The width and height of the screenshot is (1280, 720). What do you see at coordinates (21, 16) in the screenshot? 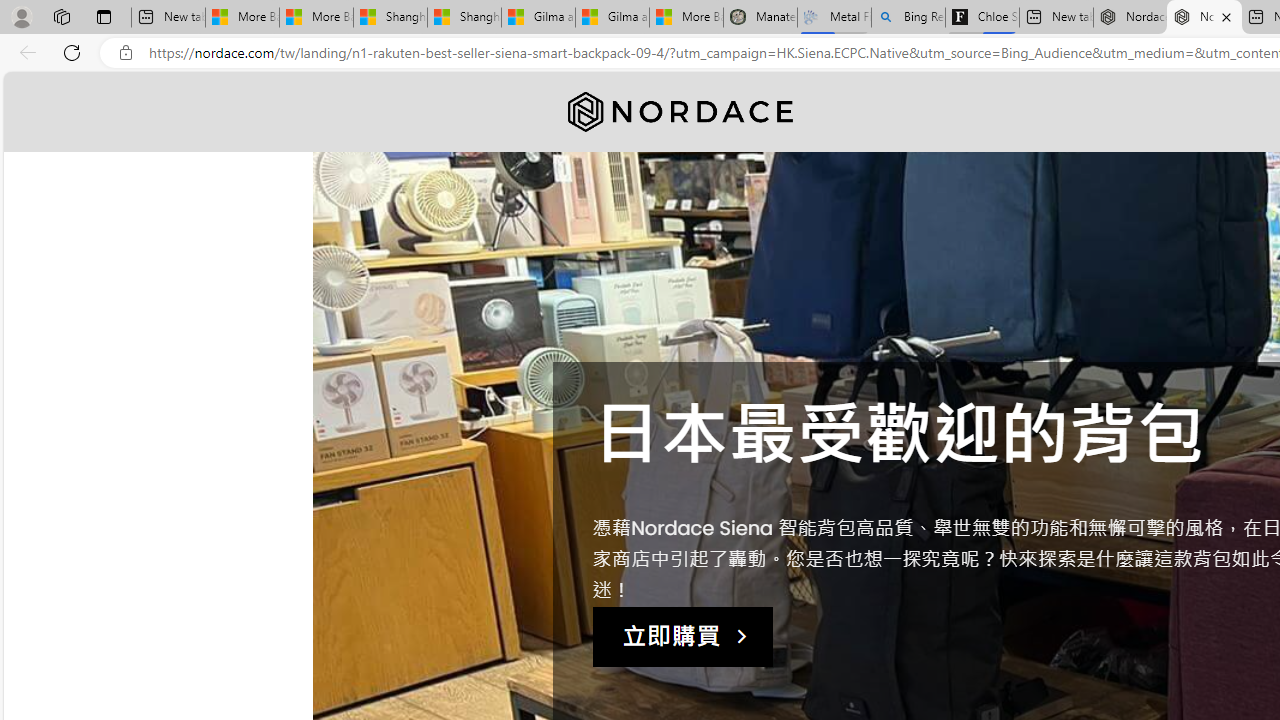
I see `'Personal Profile'` at bounding box center [21, 16].